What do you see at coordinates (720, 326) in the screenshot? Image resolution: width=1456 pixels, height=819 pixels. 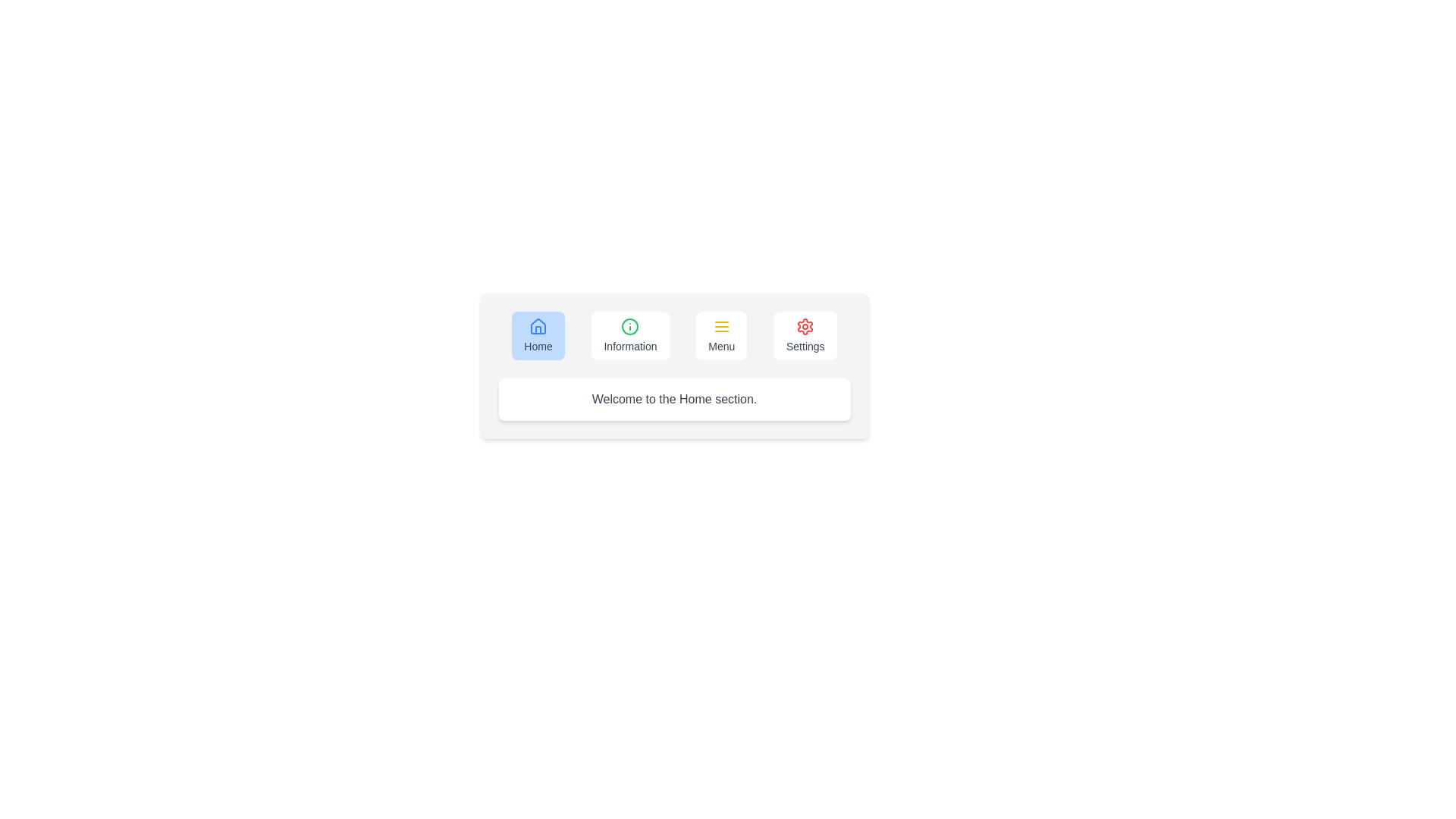 I see `the 'Menu' icon, which features three horizontal yellow lines and is located within a rectangular button` at bounding box center [720, 326].